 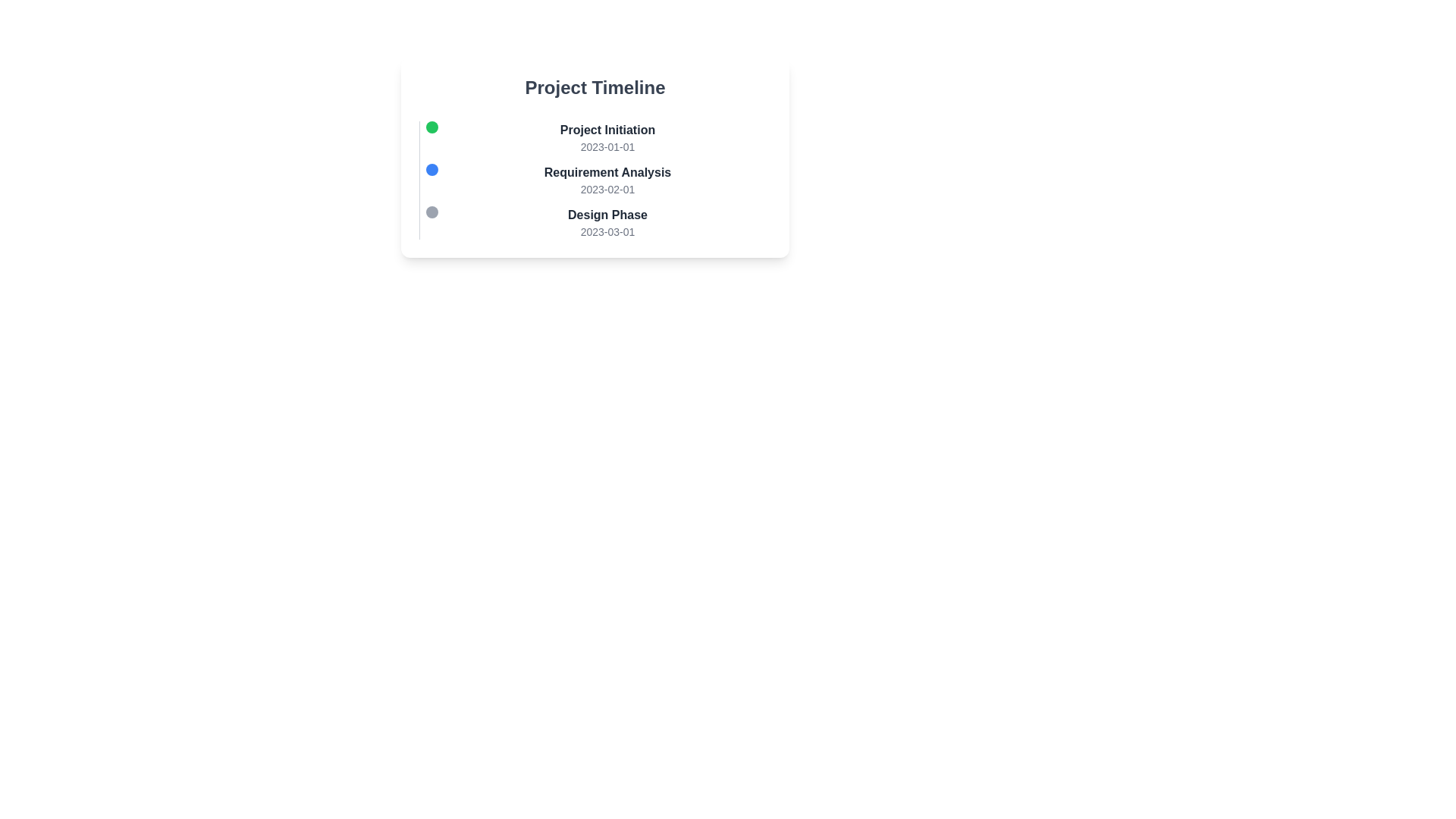 I want to click on the Informative Panel that displays the project timeline overview with key milestones and dates, located centrally in the interface, slightly towards the top, so click(x=595, y=177).